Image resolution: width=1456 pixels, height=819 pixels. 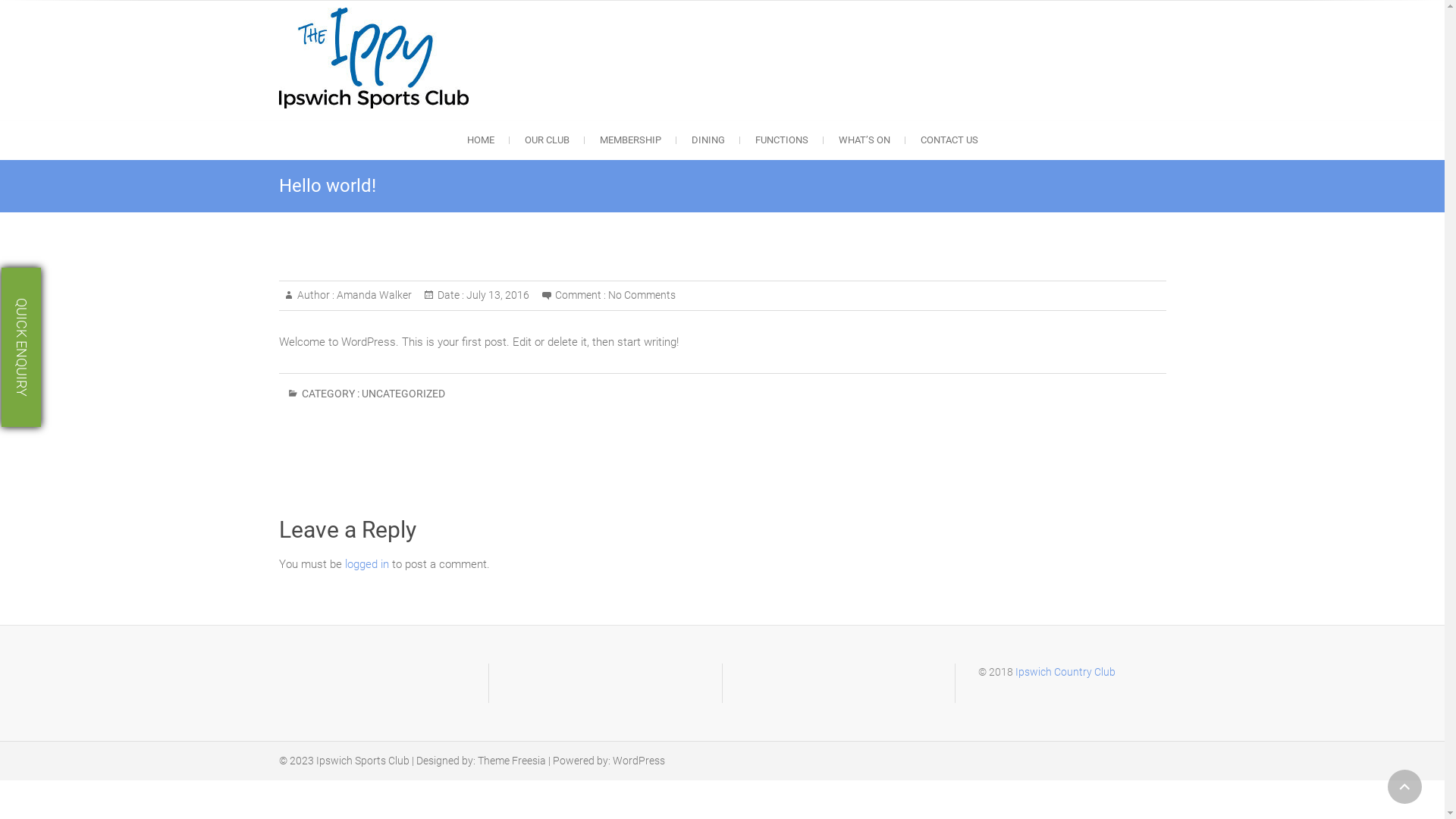 What do you see at coordinates (512, 760) in the screenshot?
I see `'Theme Freesia'` at bounding box center [512, 760].